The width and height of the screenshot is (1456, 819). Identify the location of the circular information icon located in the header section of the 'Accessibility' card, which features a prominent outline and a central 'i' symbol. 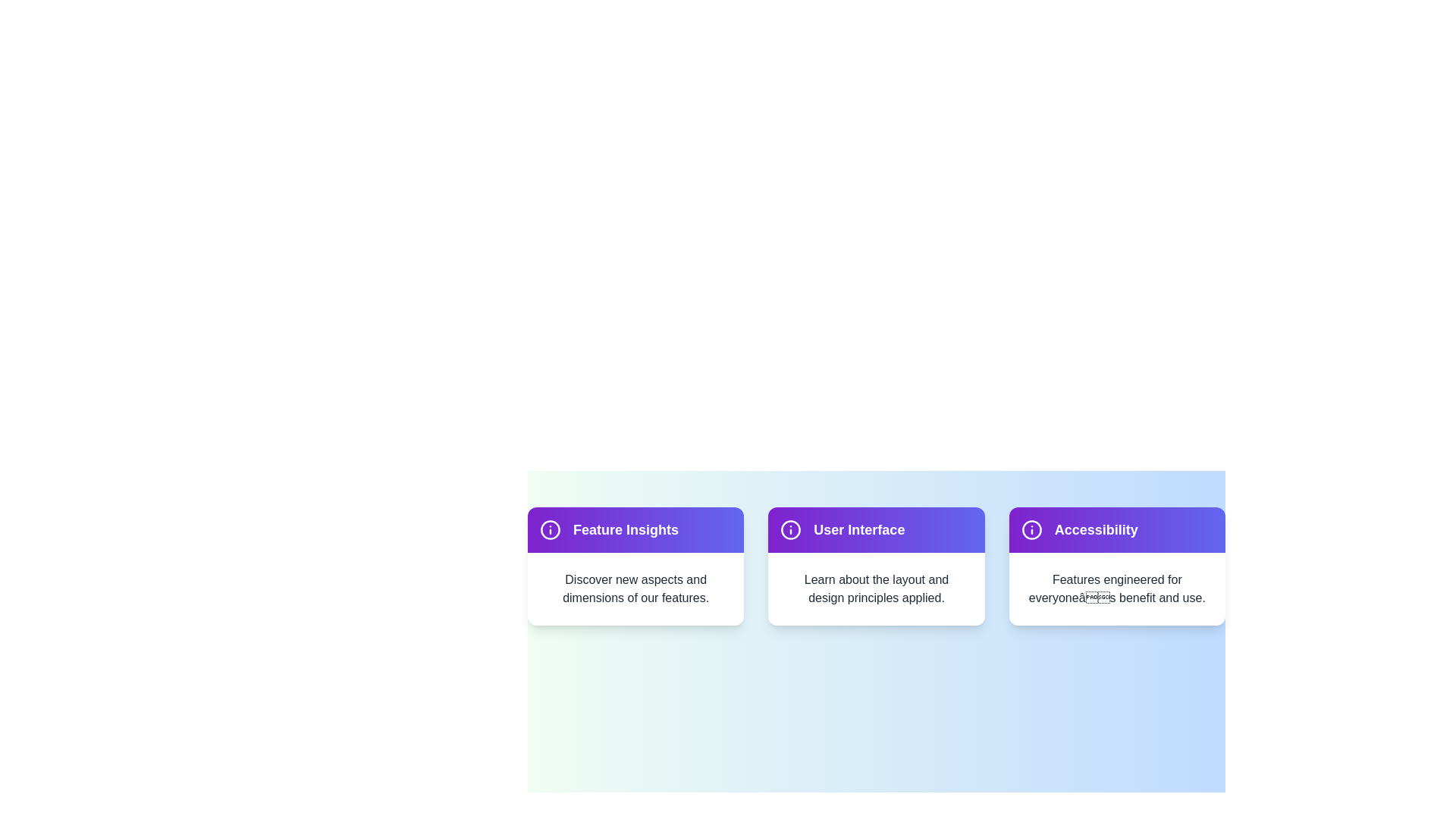
(1031, 529).